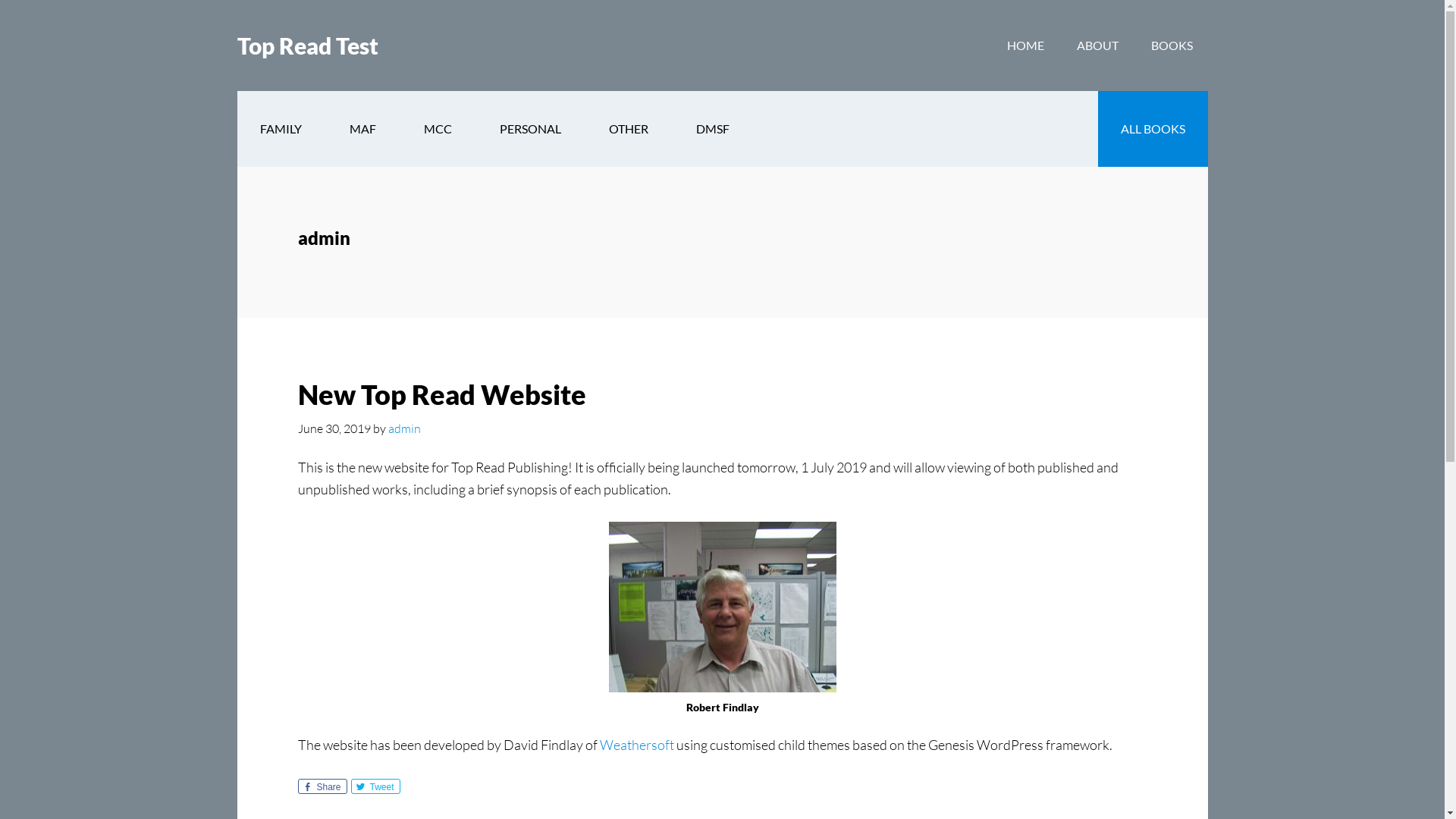 The height and width of the screenshot is (819, 1456). What do you see at coordinates (375, 786) in the screenshot?
I see `'Tweet'` at bounding box center [375, 786].